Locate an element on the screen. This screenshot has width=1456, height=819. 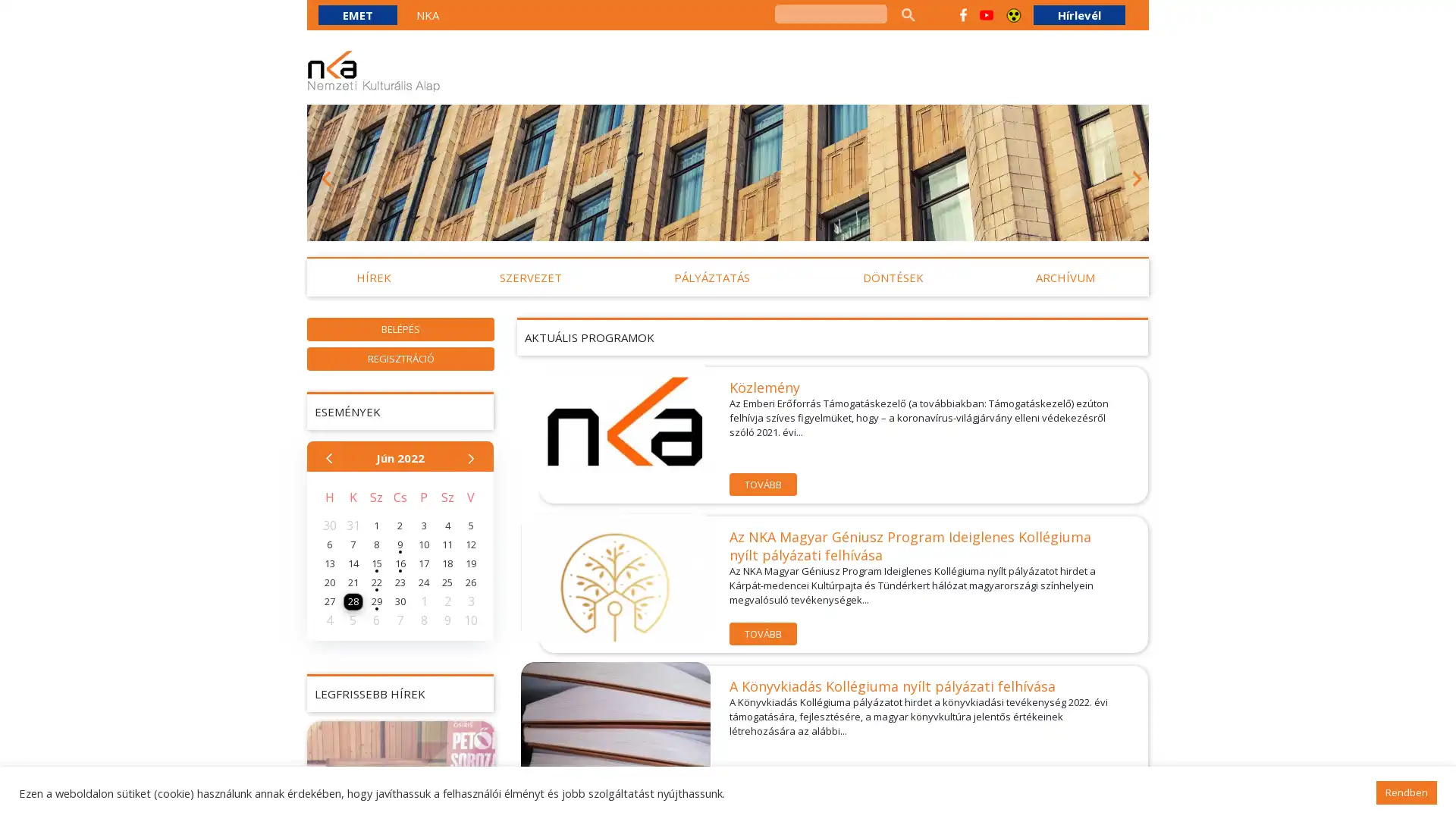
Rendben is located at coordinates (1405, 792).